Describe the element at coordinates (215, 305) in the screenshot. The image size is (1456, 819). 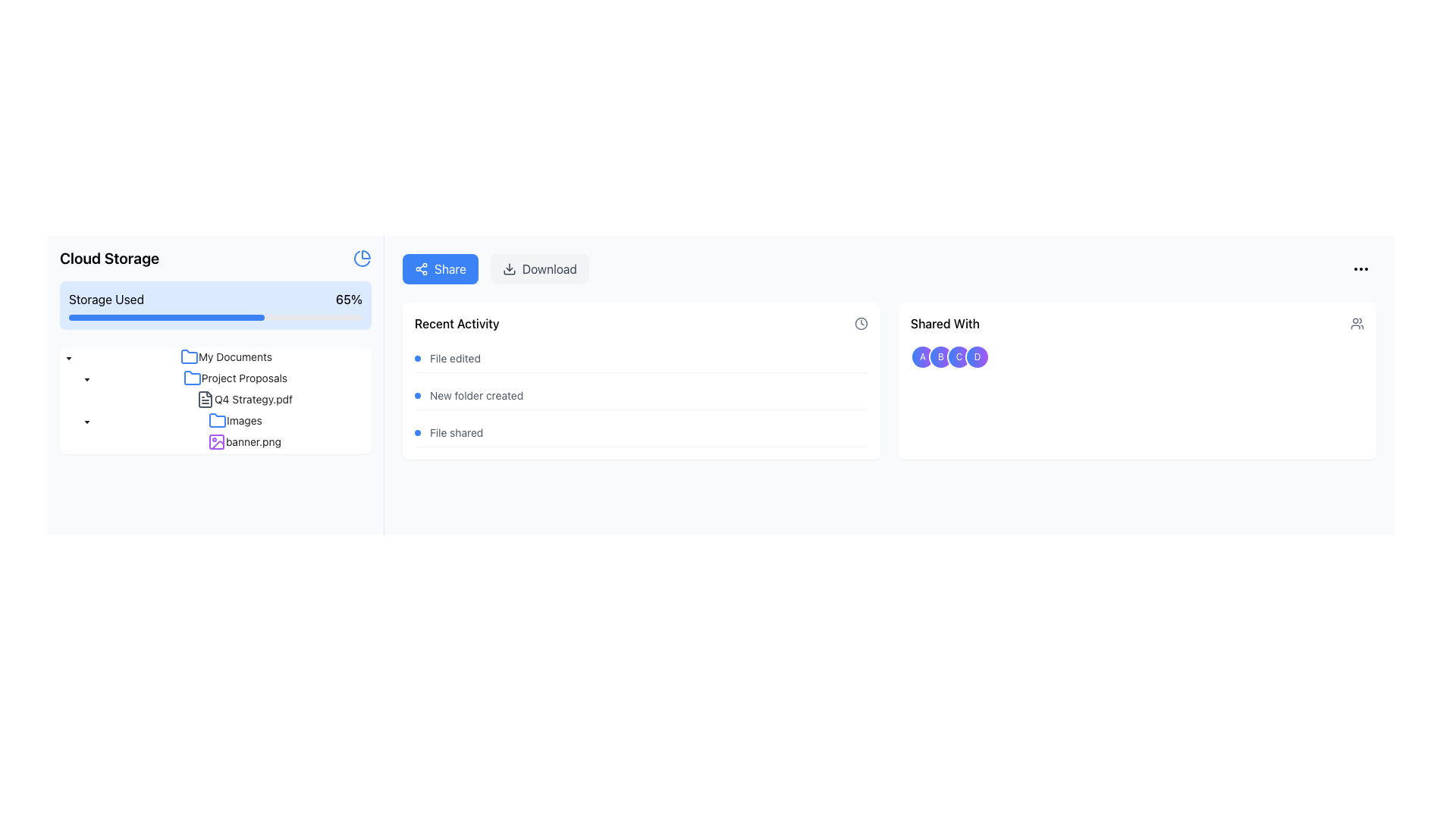
I see `storage information from the progress indicator located below the title 'Cloud Storage', which displays 'Storage Used' and '65%' with a blue progress bar` at that location.